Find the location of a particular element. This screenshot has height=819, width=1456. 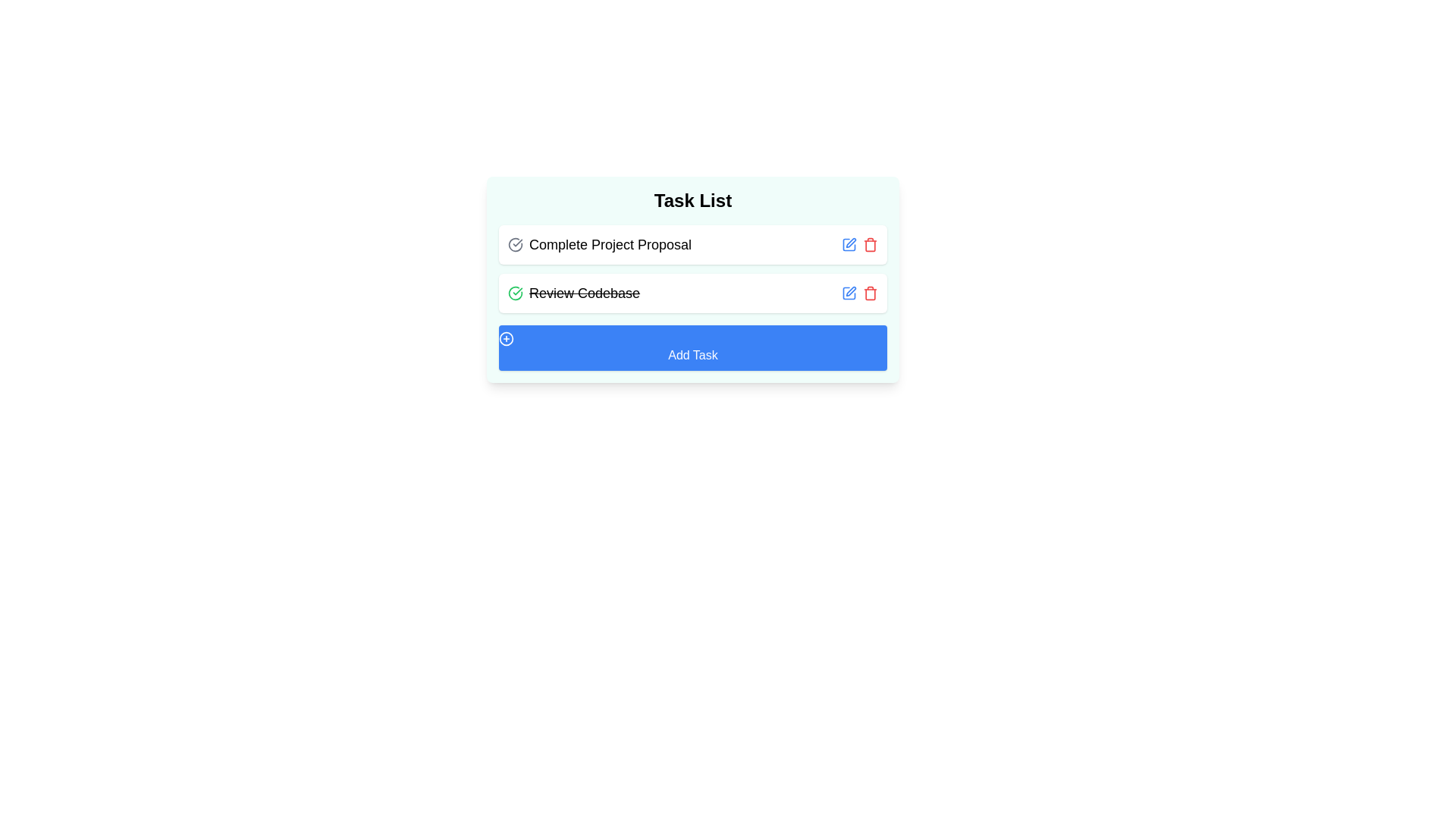

the 'Add Task' button to add a new task is located at coordinates (692, 348).